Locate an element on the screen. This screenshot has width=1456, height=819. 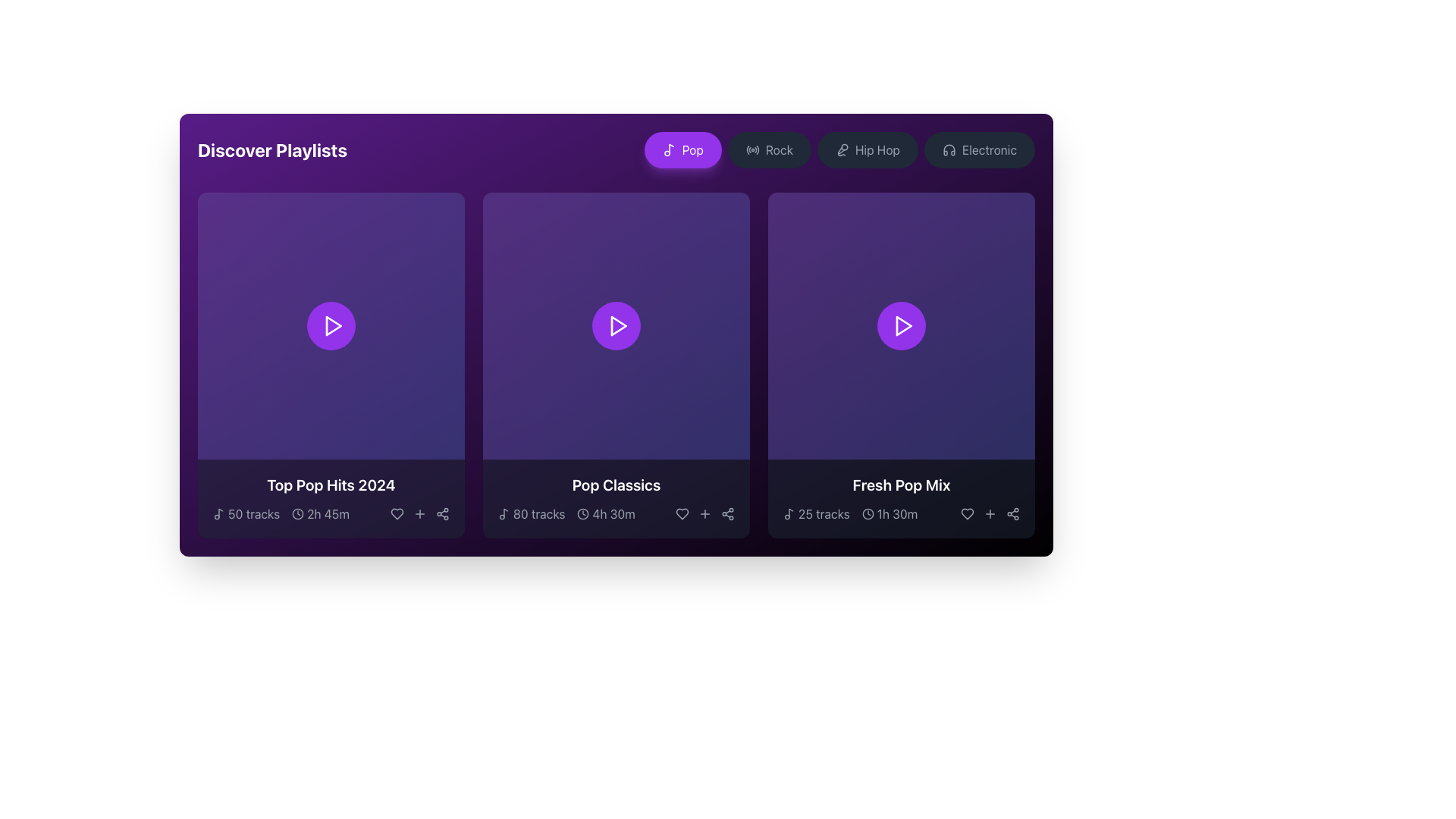
the heart icon button, which is styled with a thin outlined design and is used to symbolize favorite actions is located at coordinates (397, 513).